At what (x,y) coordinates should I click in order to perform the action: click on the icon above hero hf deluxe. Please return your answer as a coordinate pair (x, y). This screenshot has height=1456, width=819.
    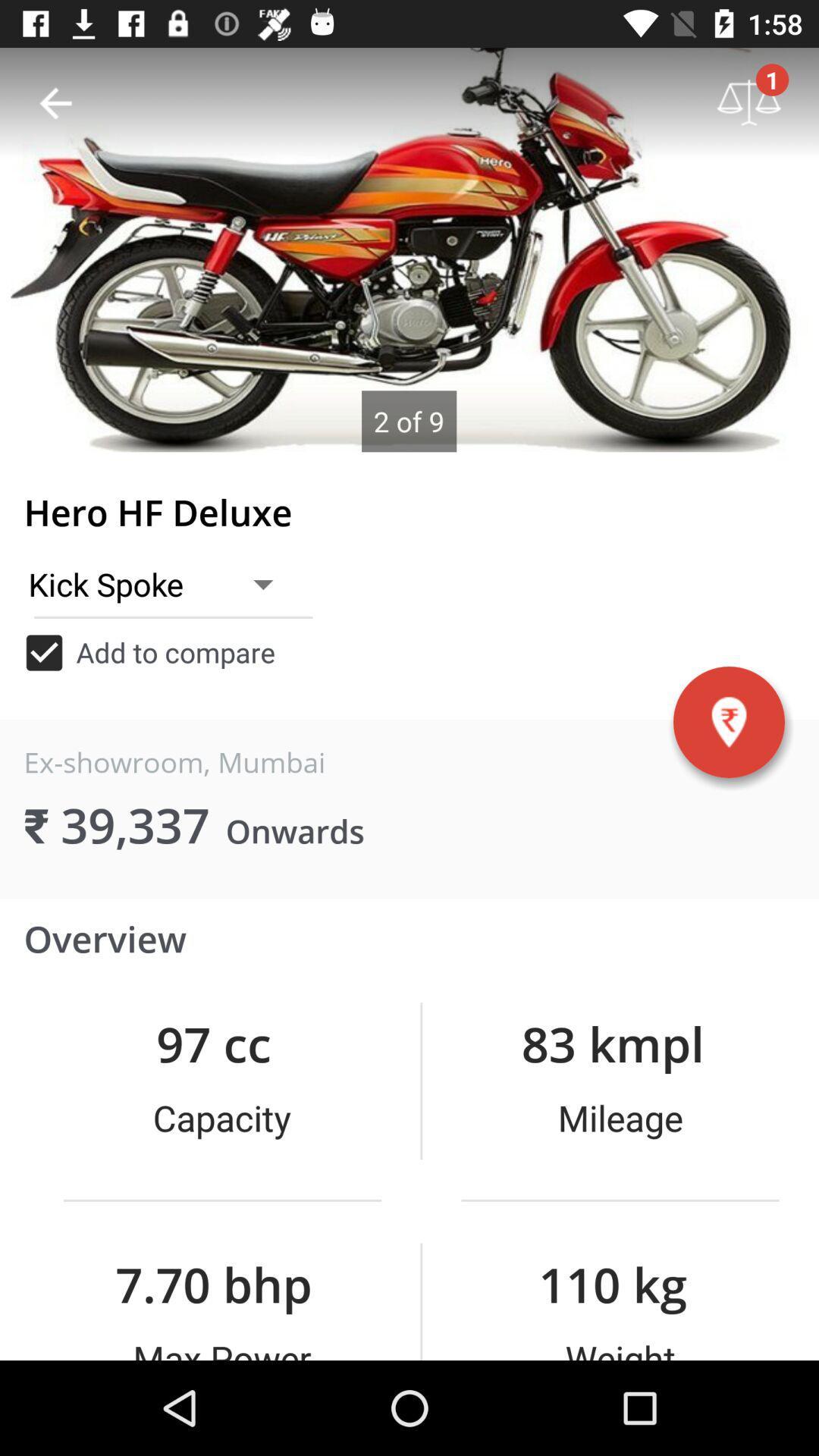
    Looking at the image, I should click on (55, 102).